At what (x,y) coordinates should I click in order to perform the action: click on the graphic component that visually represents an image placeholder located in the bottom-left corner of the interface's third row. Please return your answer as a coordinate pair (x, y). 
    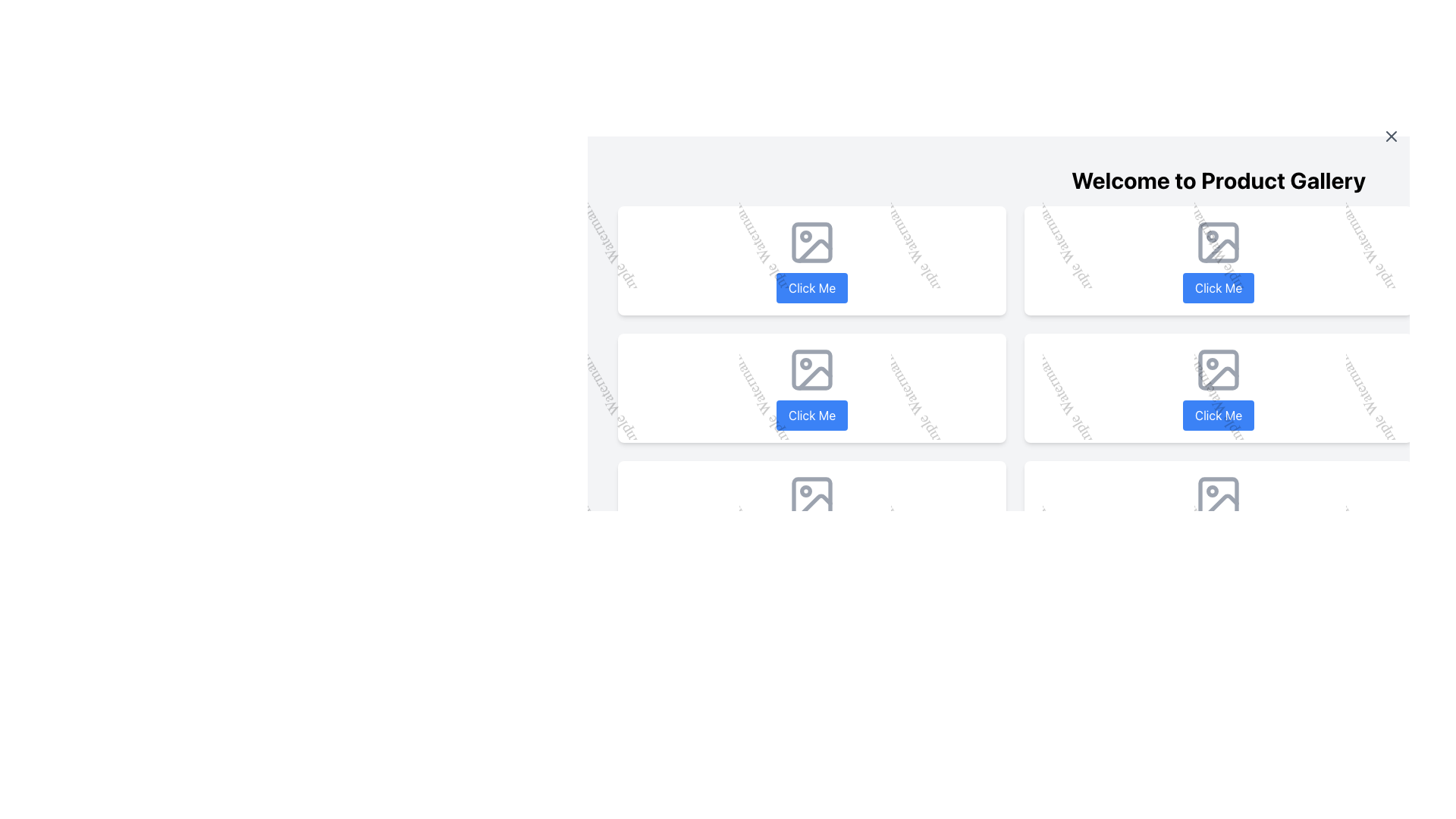
    Looking at the image, I should click on (814, 506).